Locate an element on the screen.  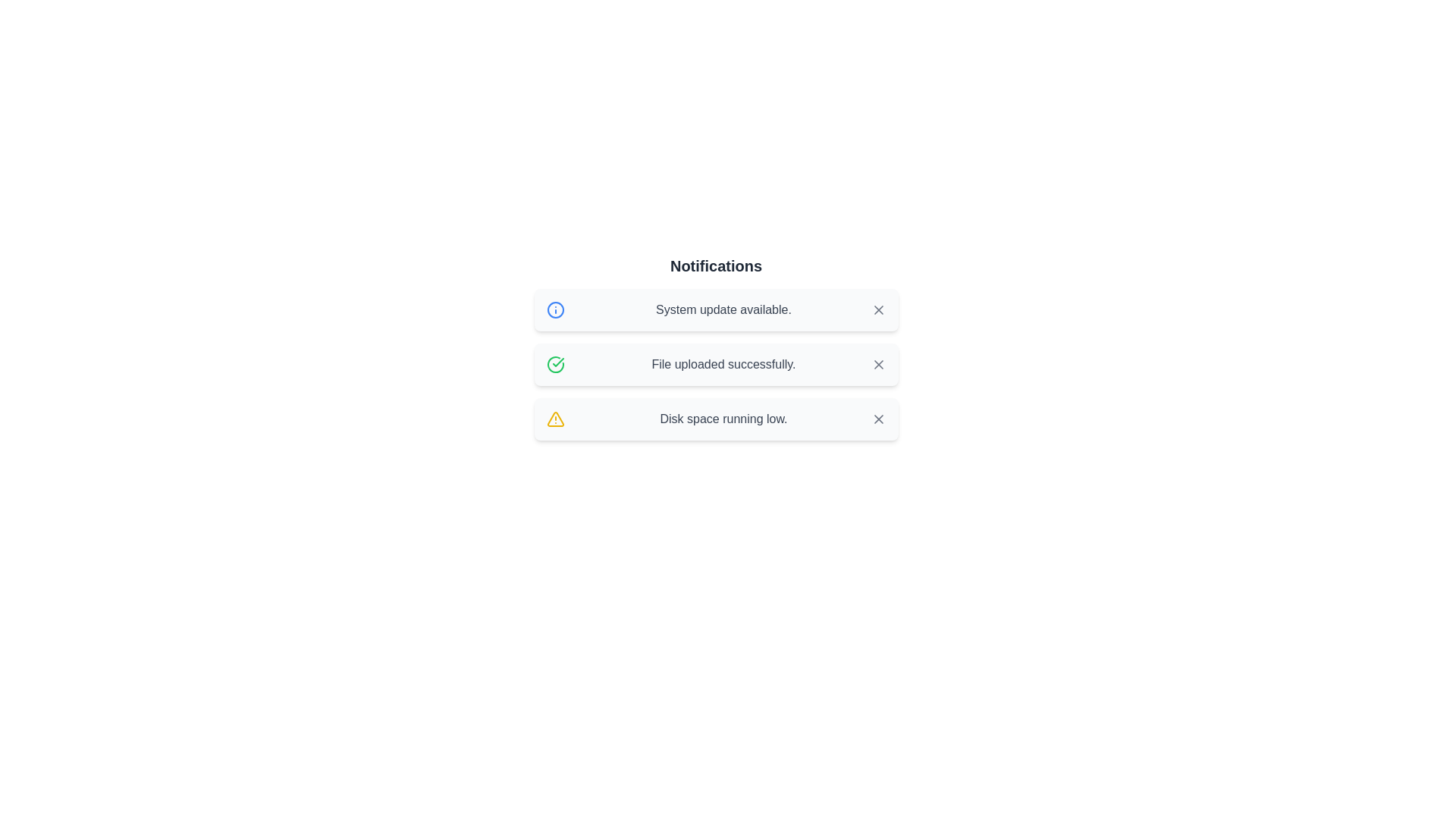
the 'X' icon in the notification card that indicates 'File uploaded successfully' is located at coordinates (878, 365).